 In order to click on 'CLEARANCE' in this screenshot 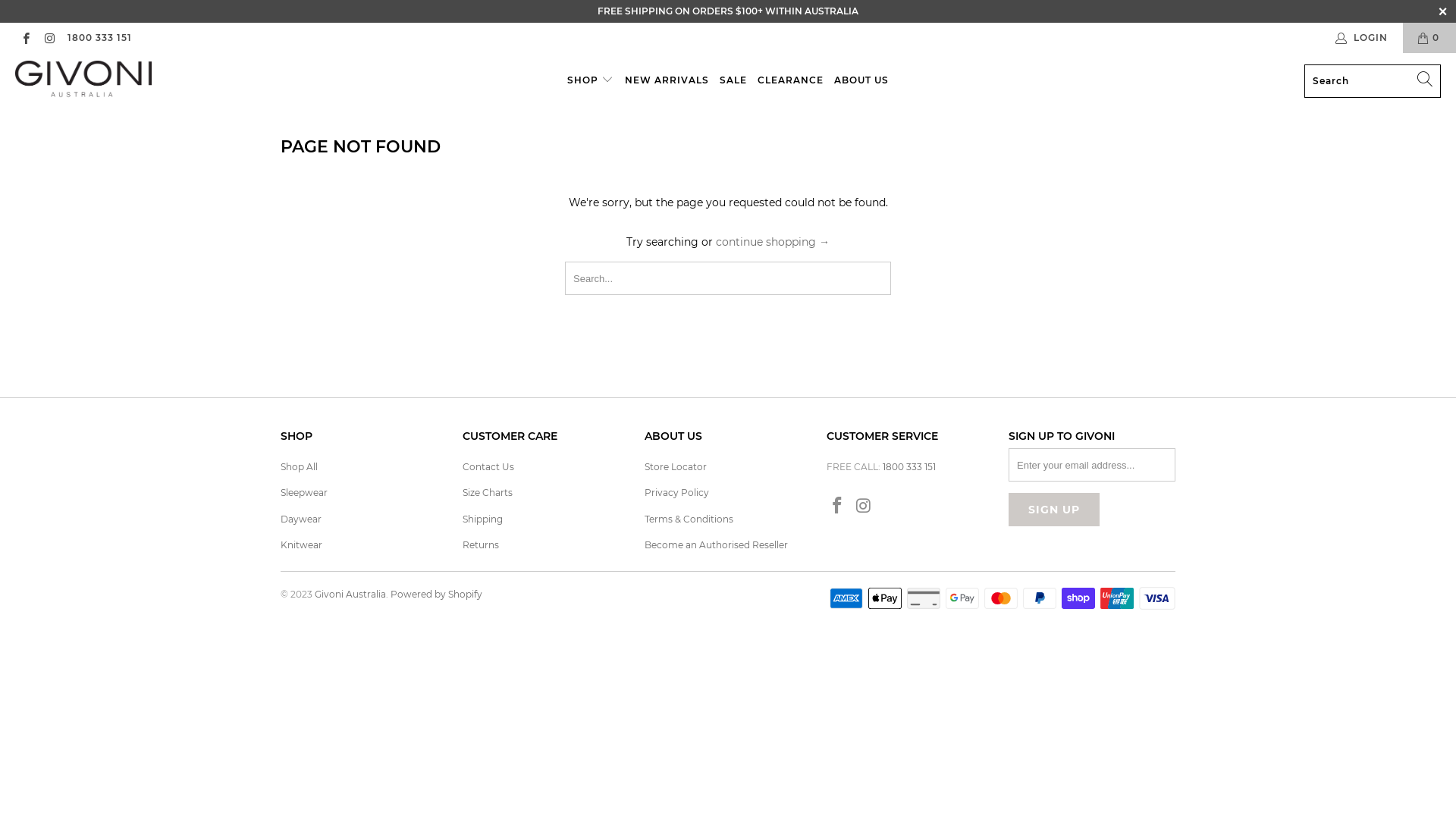, I will do `click(789, 80)`.